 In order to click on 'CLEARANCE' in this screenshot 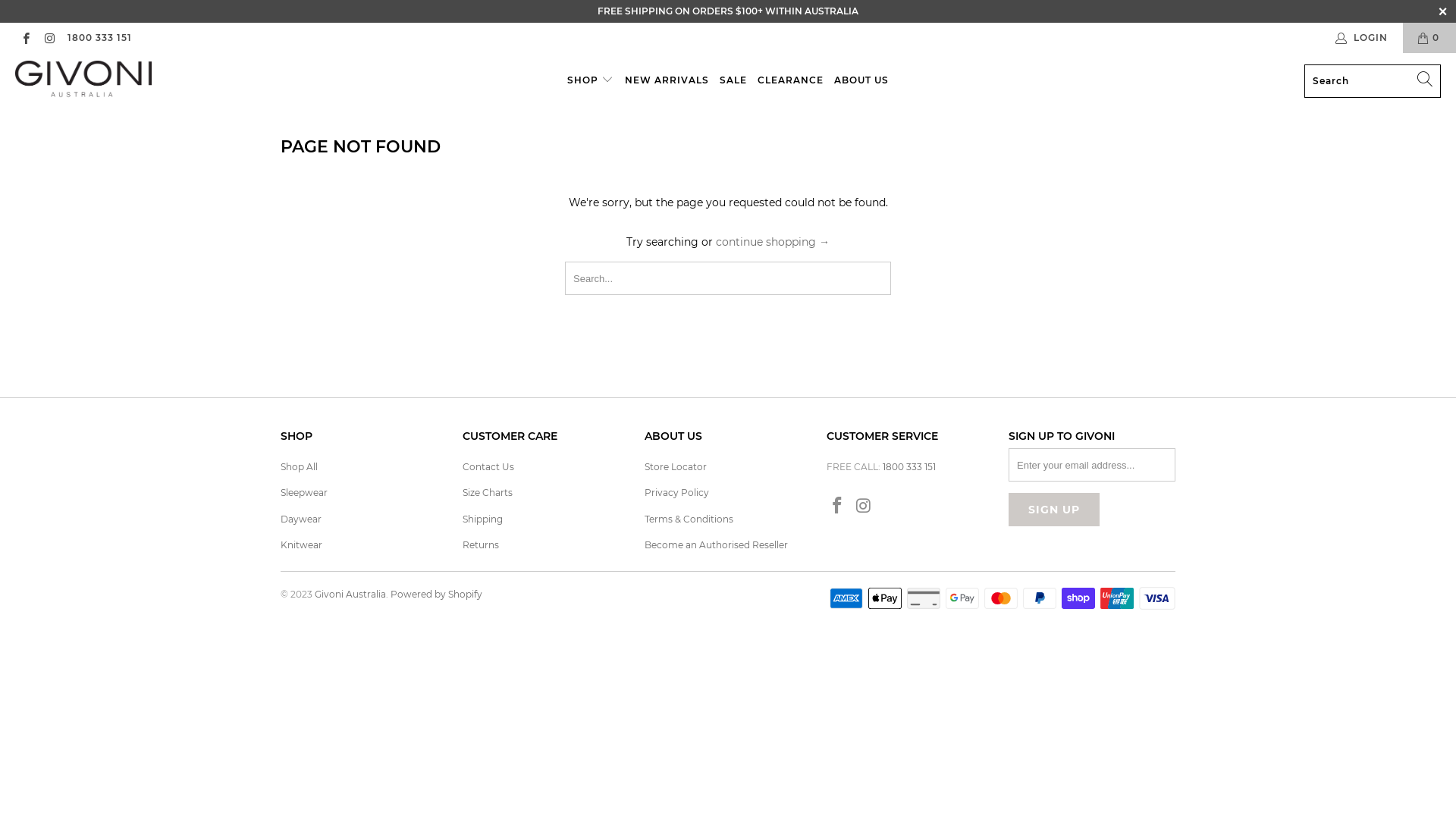, I will do `click(789, 80)`.